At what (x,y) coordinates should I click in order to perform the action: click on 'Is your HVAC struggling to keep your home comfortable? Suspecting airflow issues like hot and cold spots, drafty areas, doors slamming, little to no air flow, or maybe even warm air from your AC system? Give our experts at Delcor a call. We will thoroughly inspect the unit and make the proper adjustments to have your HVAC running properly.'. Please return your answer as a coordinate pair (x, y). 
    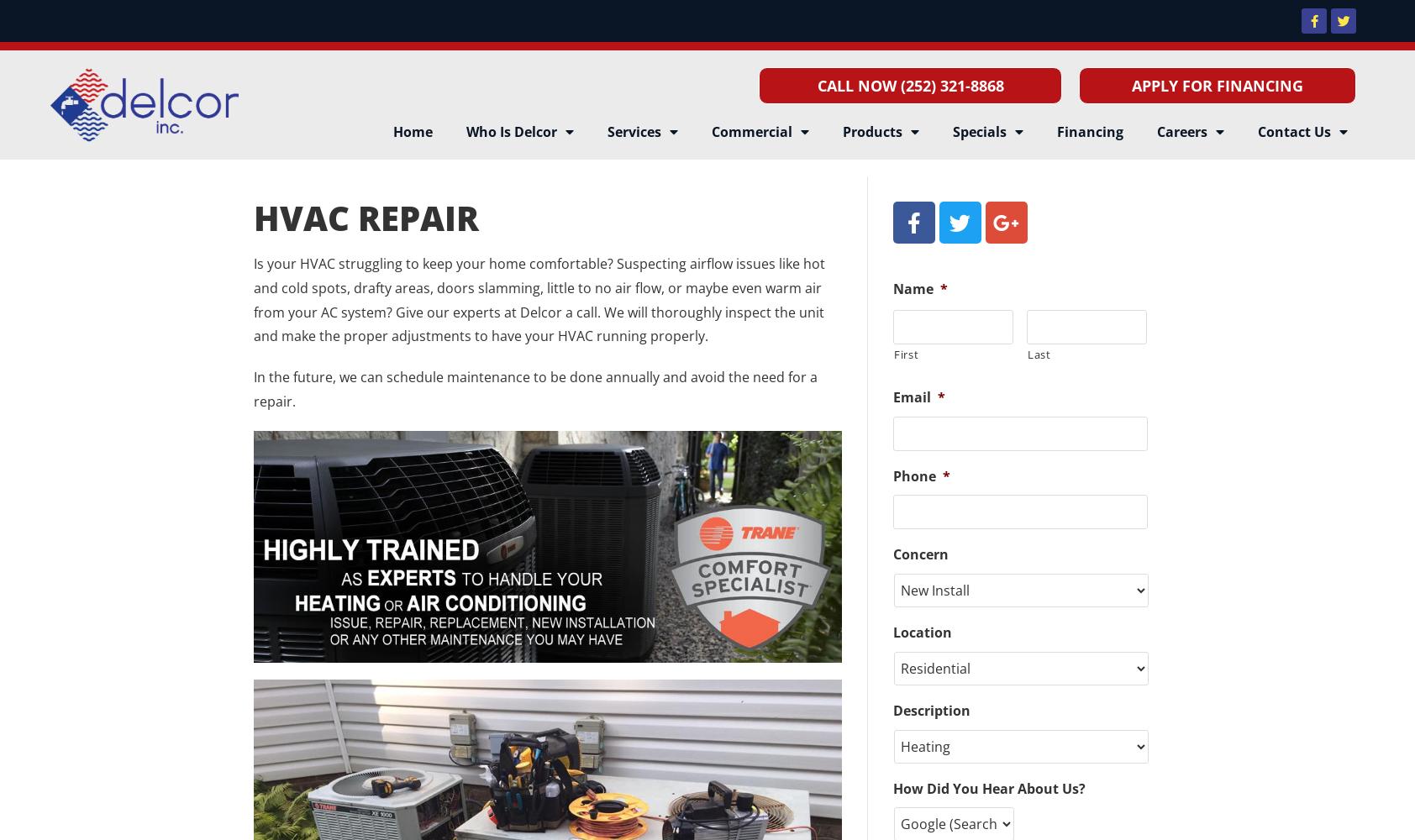
    Looking at the image, I should click on (539, 299).